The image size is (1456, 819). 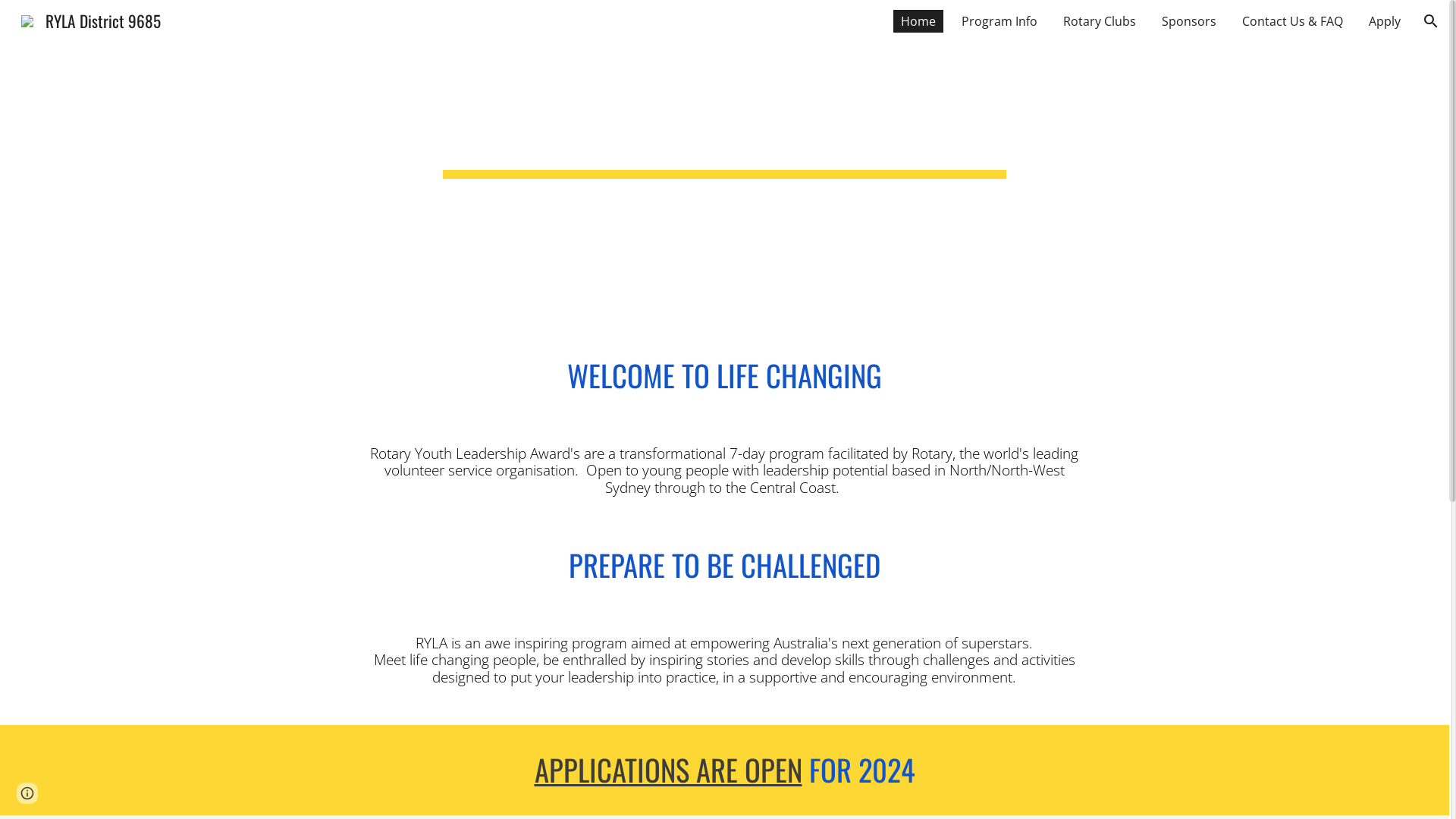 I want to click on 'RYLA District 9685', so click(x=90, y=18).